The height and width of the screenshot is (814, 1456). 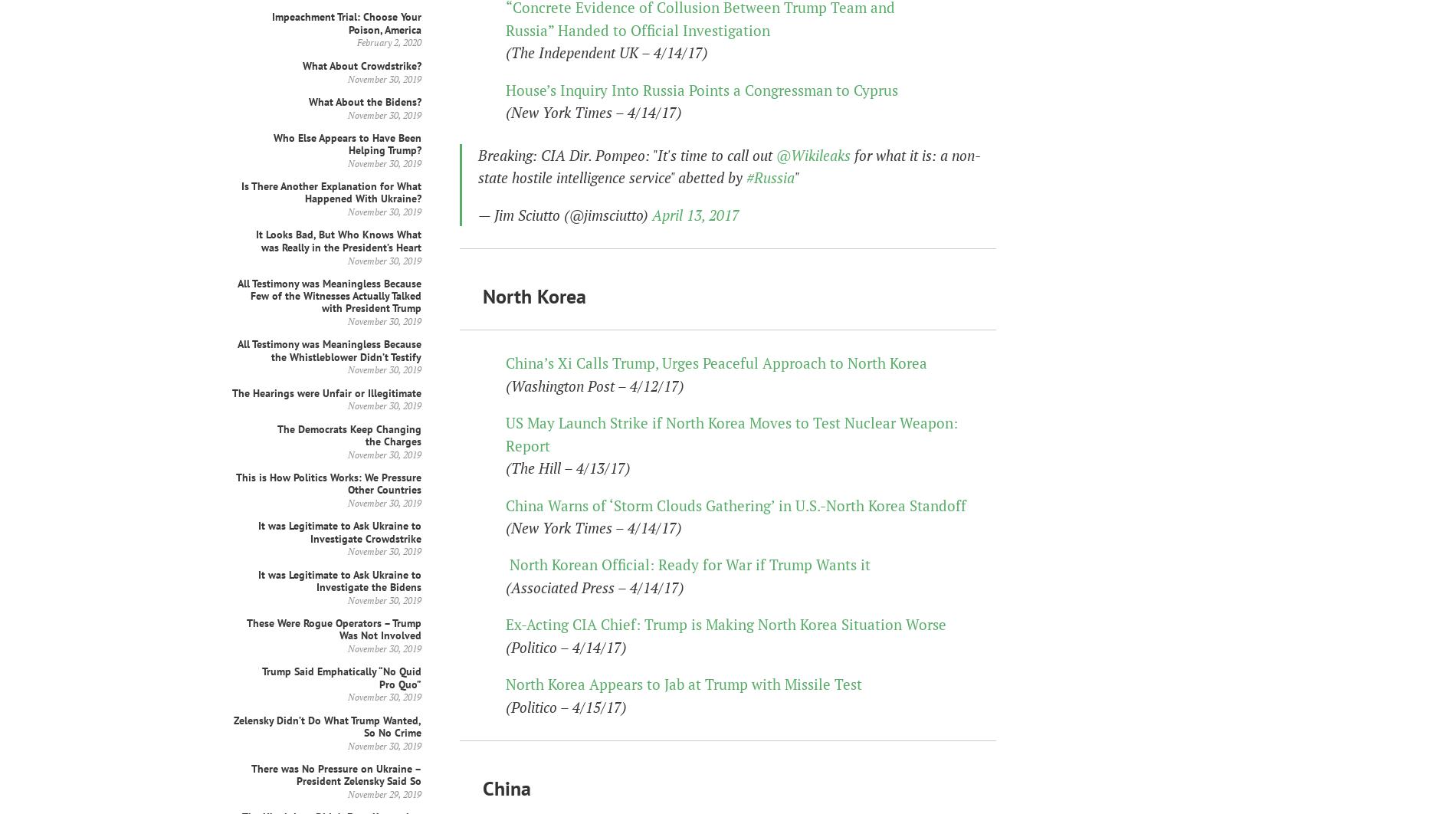 I want to click on 'North Korea Appears to Jab at Trump with Missile Test', so click(x=683, y=683).